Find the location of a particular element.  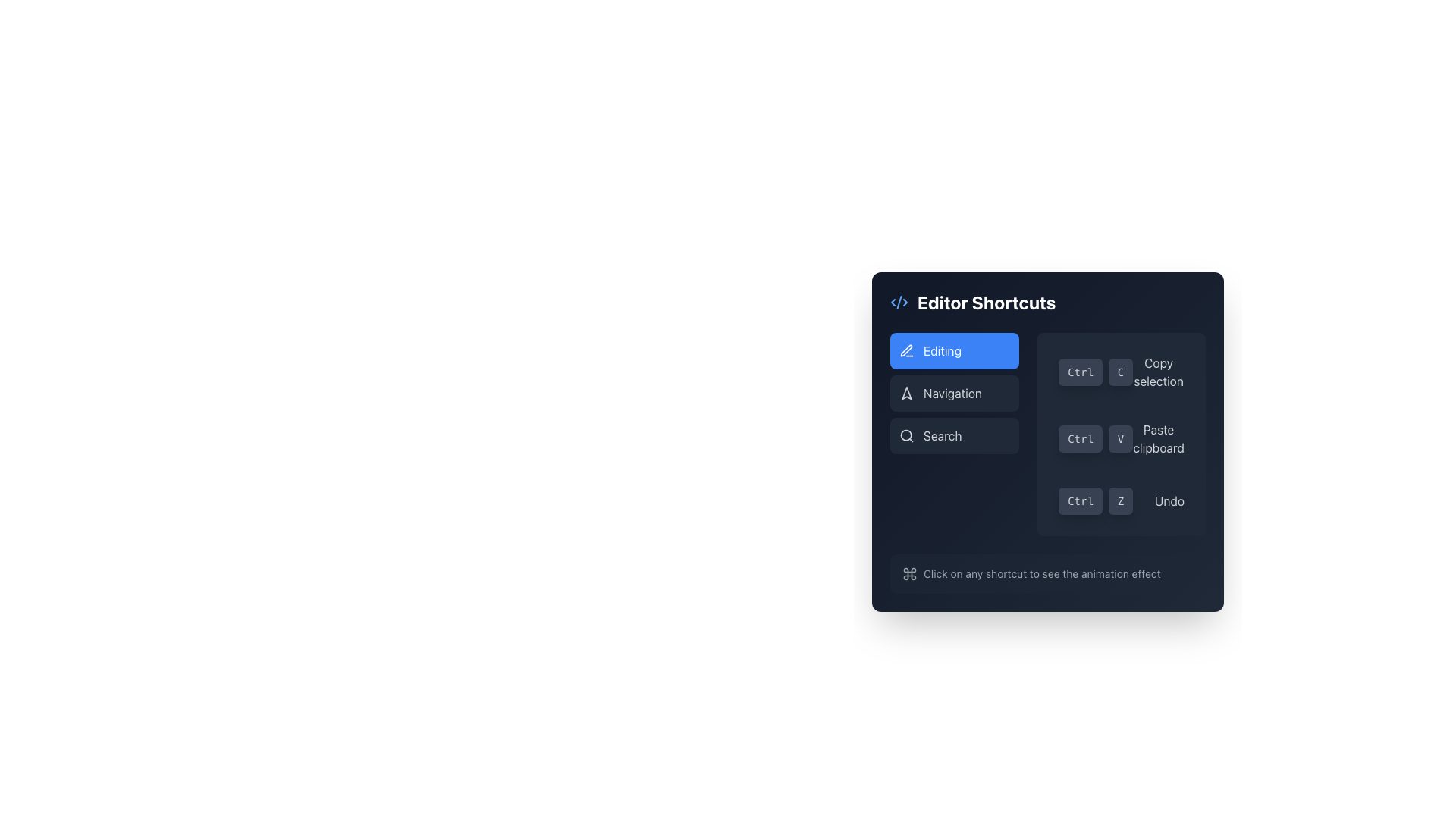

the icon located to the immediate left of the text 'Editor Shortcuts' in the header of the panel, which represents code or development-related shortcuts is located at coordinates (899, 302).